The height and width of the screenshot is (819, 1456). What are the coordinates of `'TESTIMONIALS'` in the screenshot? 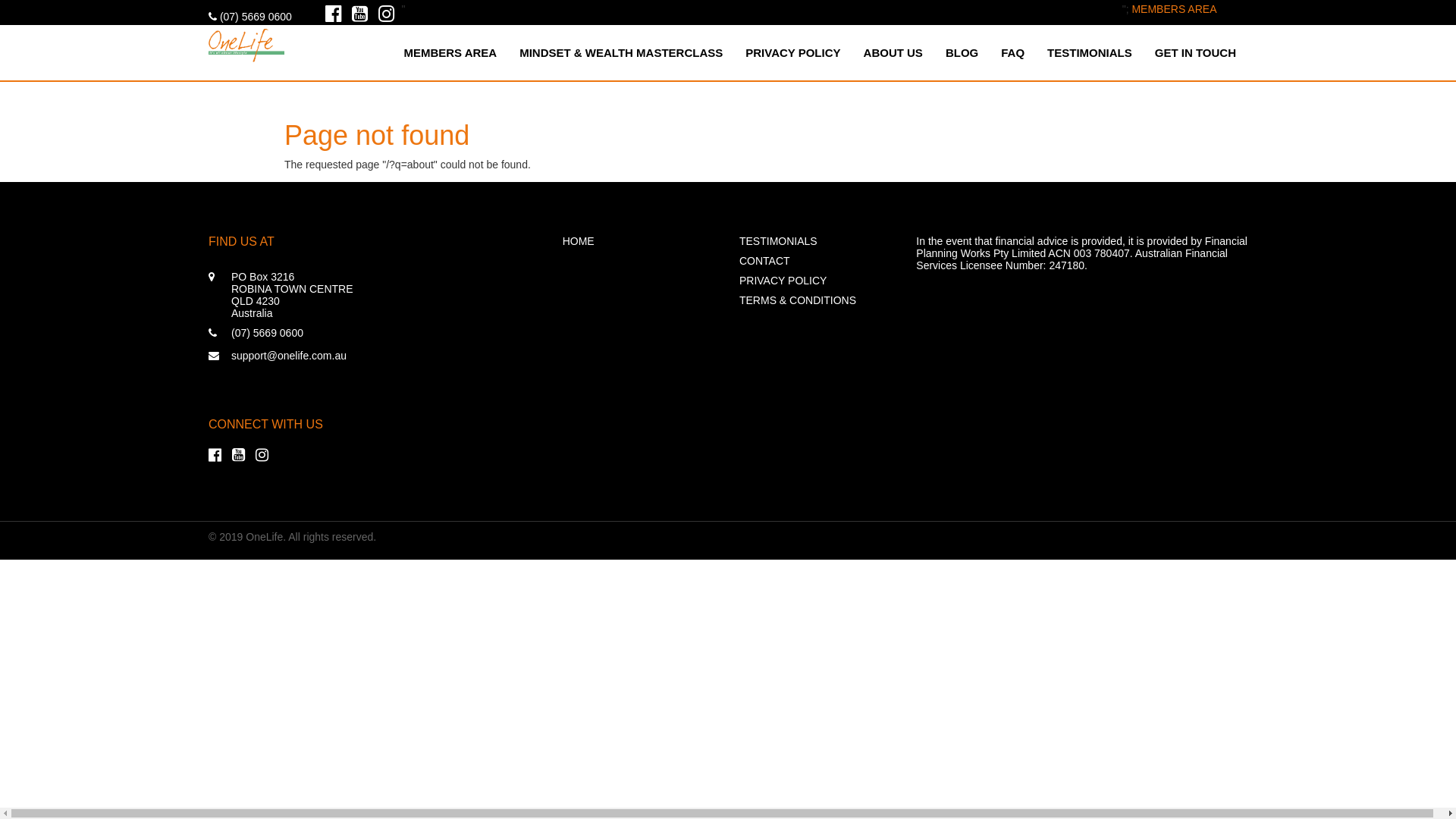 It's located at (815, 240).